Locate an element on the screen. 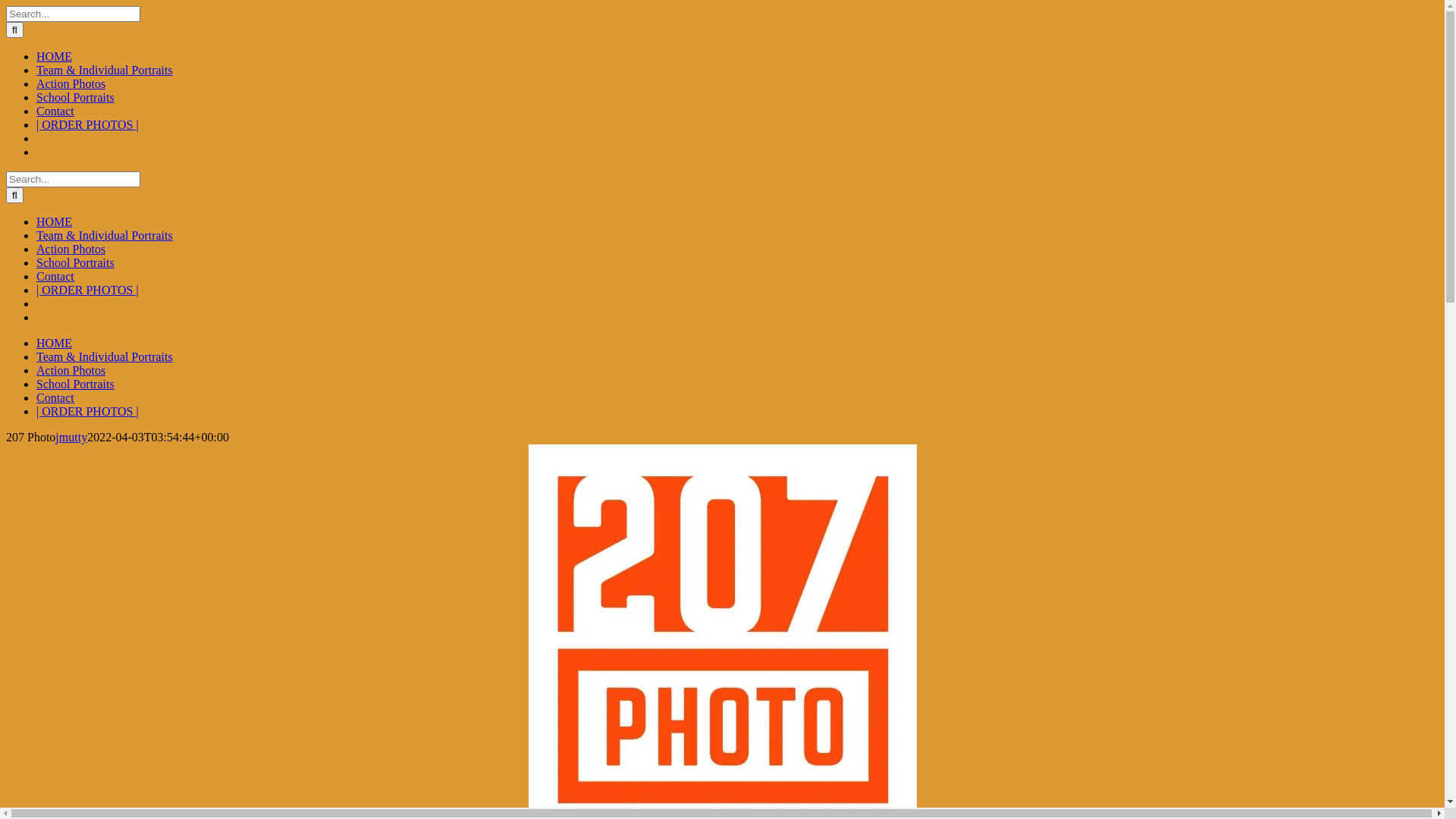  'HOME' is located at coordinates (54, 55).